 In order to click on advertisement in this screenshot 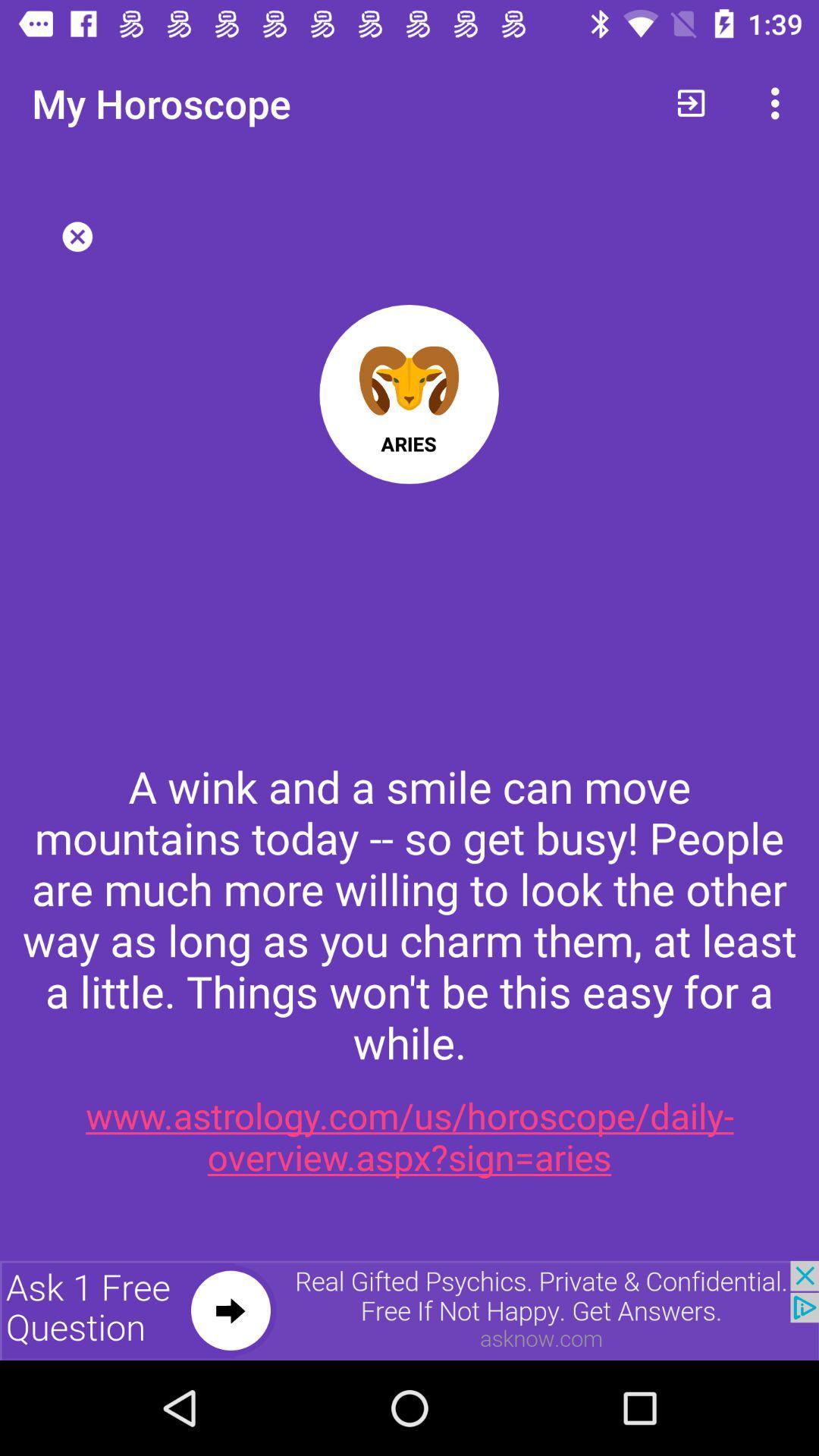, I will do `click(409, 1310)`.